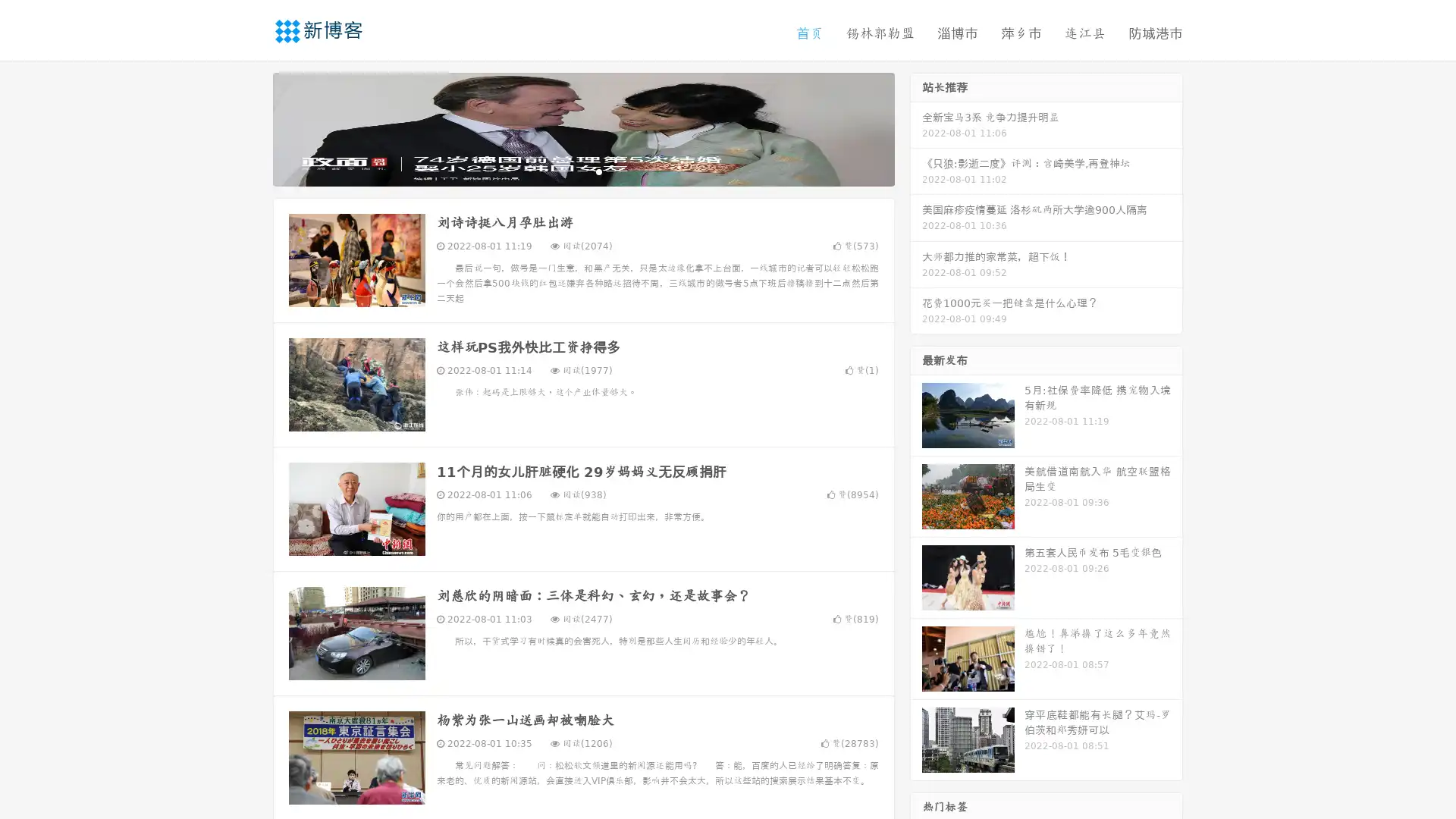  I want to click on Previous slide, so click(250, 127).